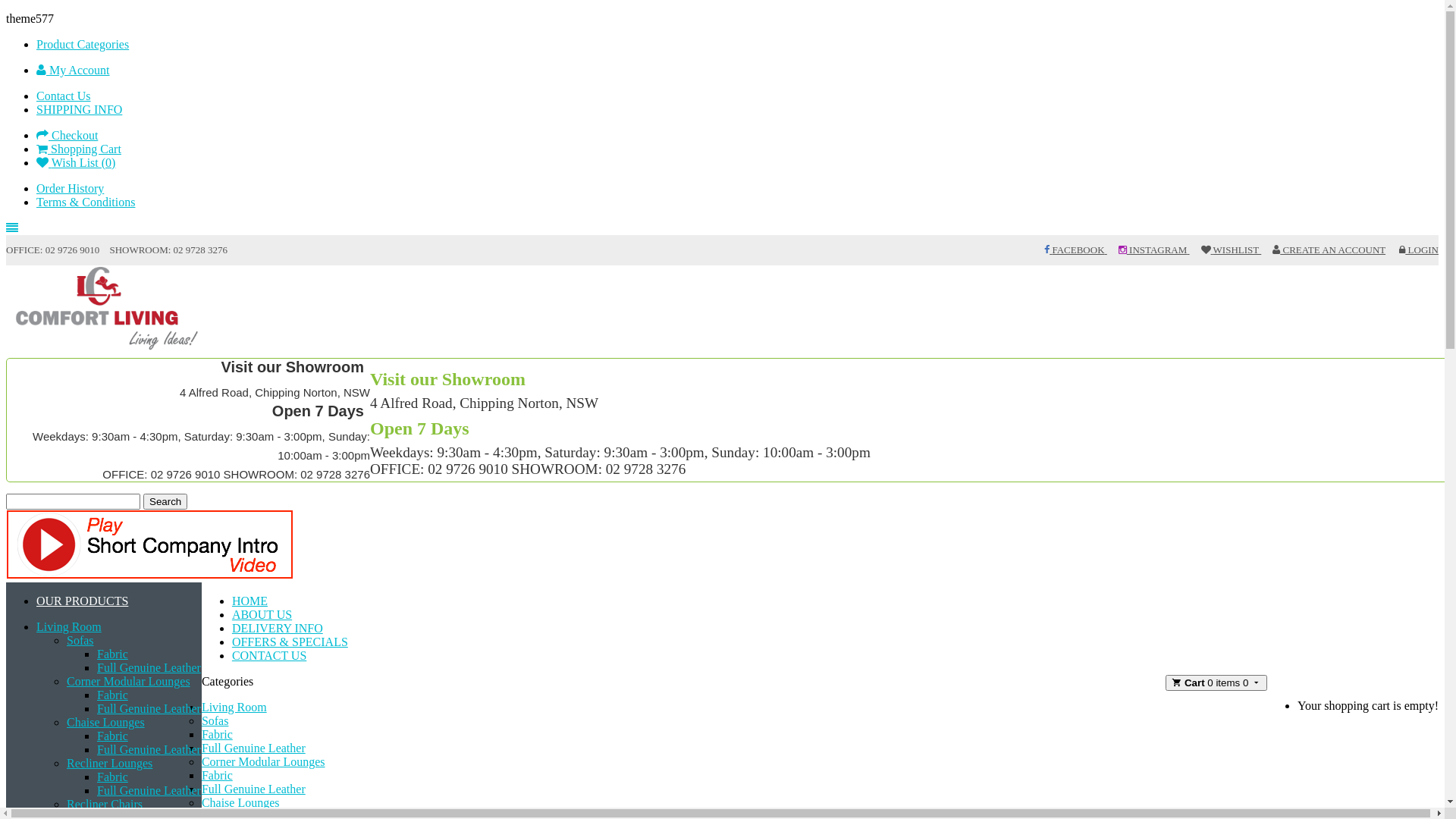 The width and height of the screenshot is (1456, 819). Describe the element at coordinates (105, 721) in the screenshot. I see `'Chaise Lounges'` at that location.